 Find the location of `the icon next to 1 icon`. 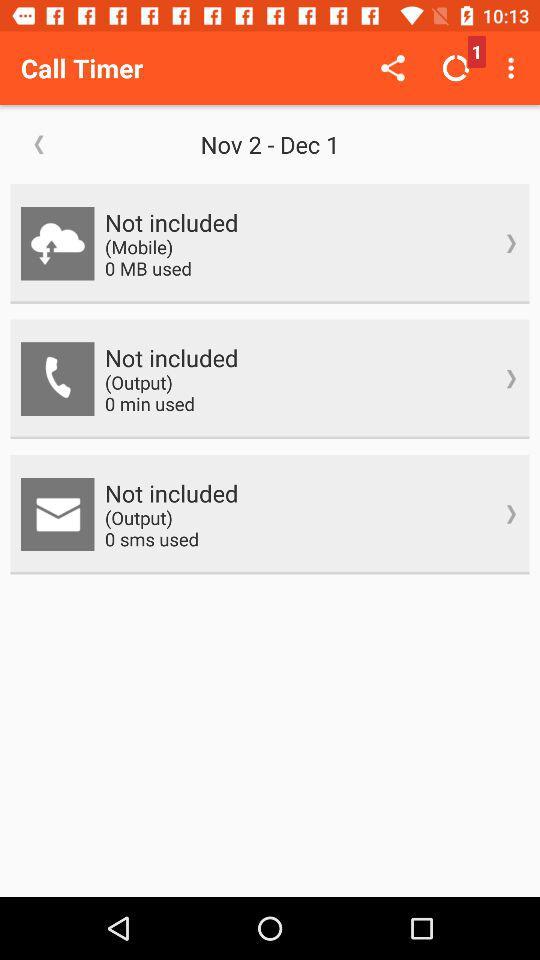

the icon next to 1 icon is located at coordinates (513, 68).